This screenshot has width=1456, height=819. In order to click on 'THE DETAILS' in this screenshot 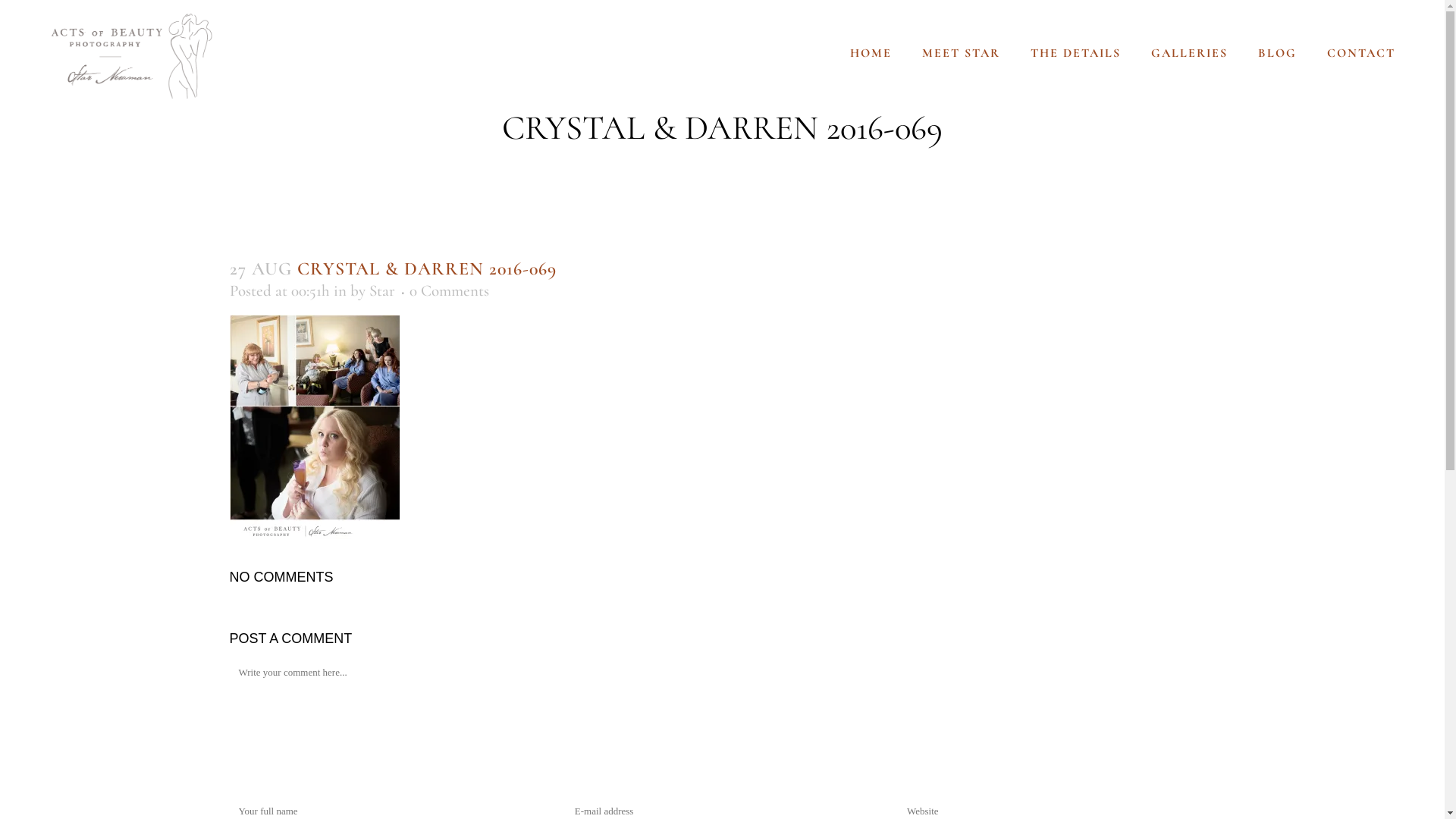, I will do `click(1015, 52)`.